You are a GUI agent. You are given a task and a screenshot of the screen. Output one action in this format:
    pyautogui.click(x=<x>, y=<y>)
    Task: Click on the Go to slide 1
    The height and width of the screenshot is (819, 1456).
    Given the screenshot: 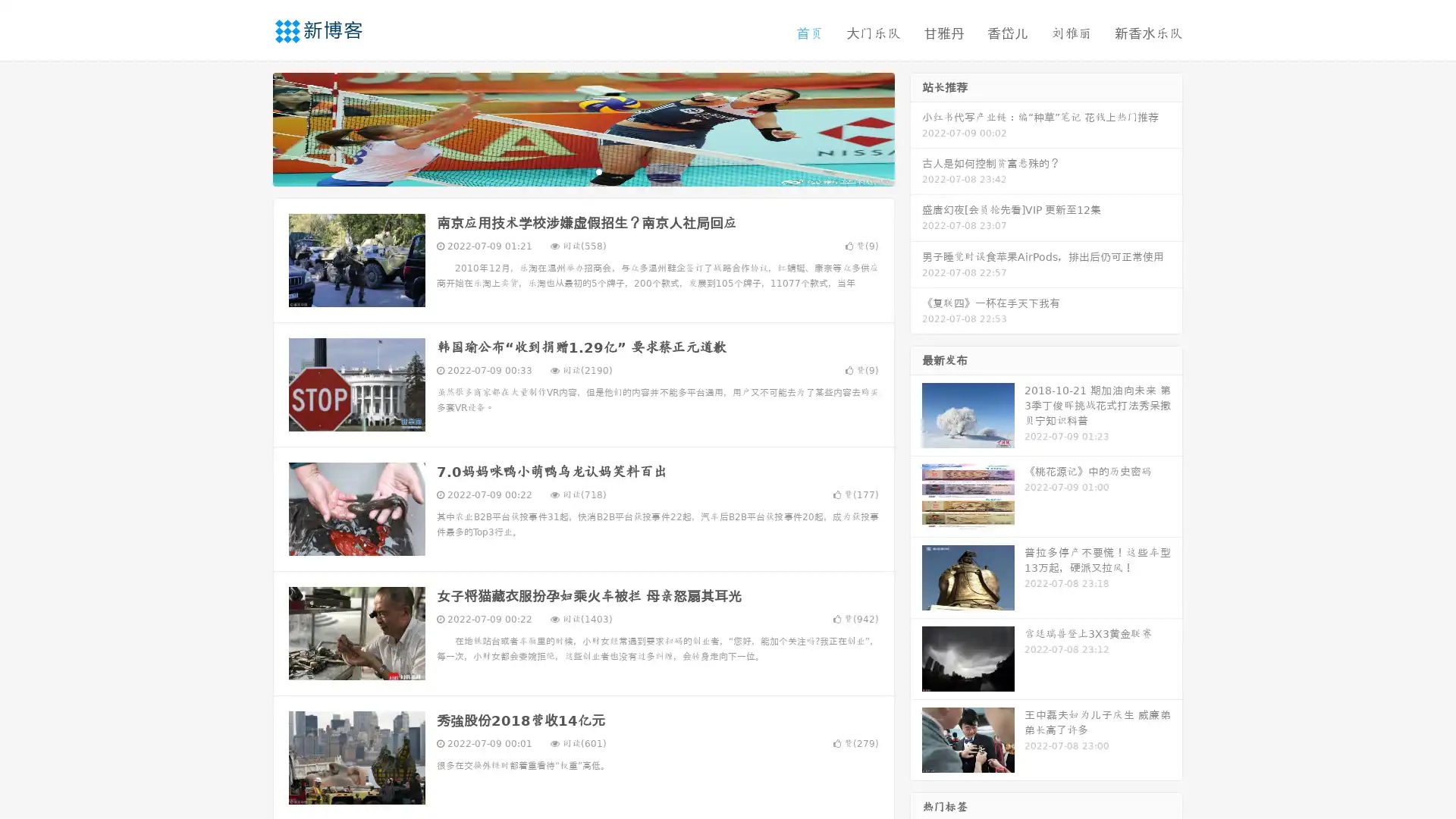 What is the action you would take?
    pyautogui.click(x=567, y=171)
    